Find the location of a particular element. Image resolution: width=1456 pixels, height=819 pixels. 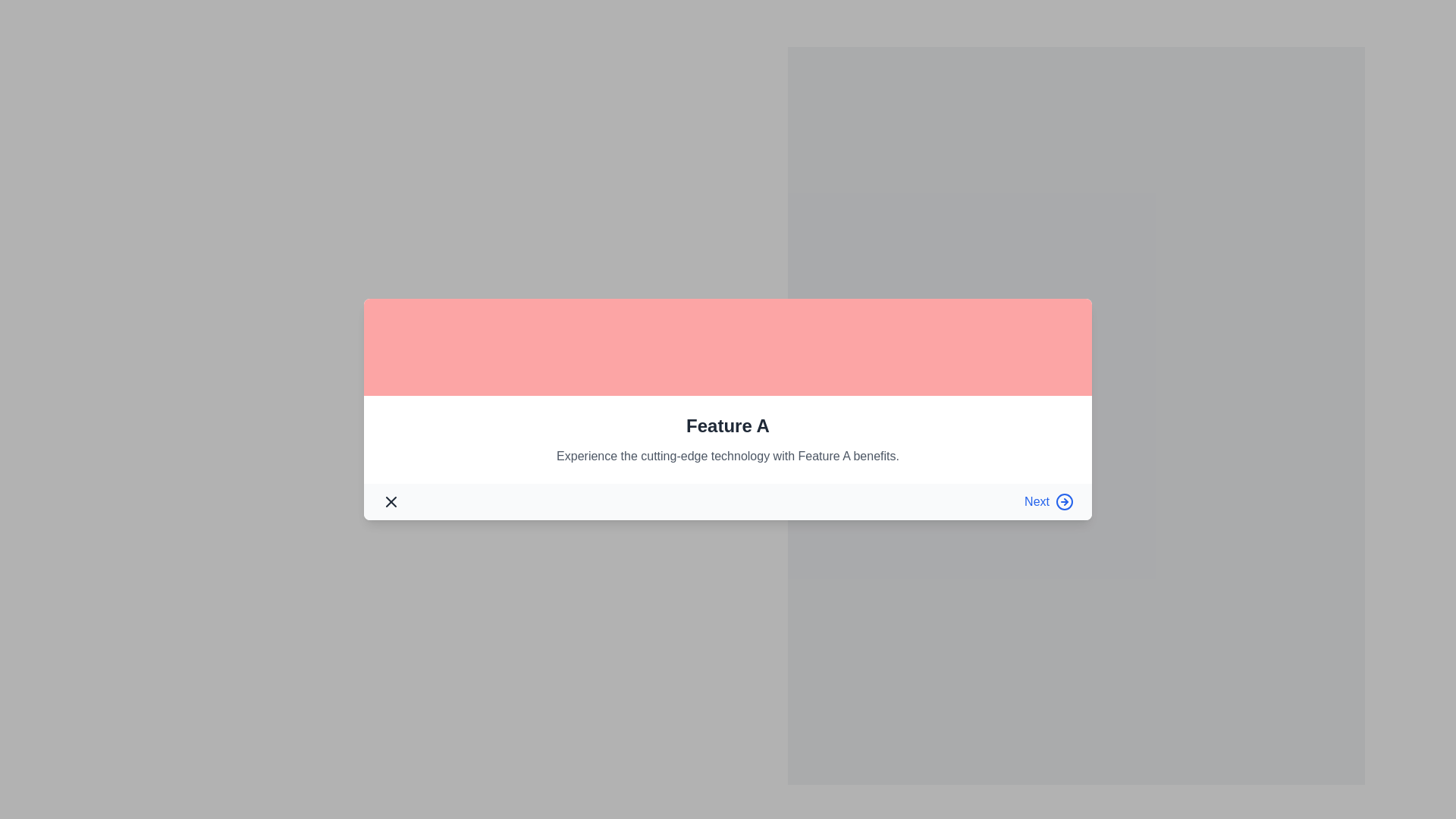

the close button icon resembling an 'X' in the bottom-left corner of the modal to trigger its hover effect is located at coordinates (391, 502).